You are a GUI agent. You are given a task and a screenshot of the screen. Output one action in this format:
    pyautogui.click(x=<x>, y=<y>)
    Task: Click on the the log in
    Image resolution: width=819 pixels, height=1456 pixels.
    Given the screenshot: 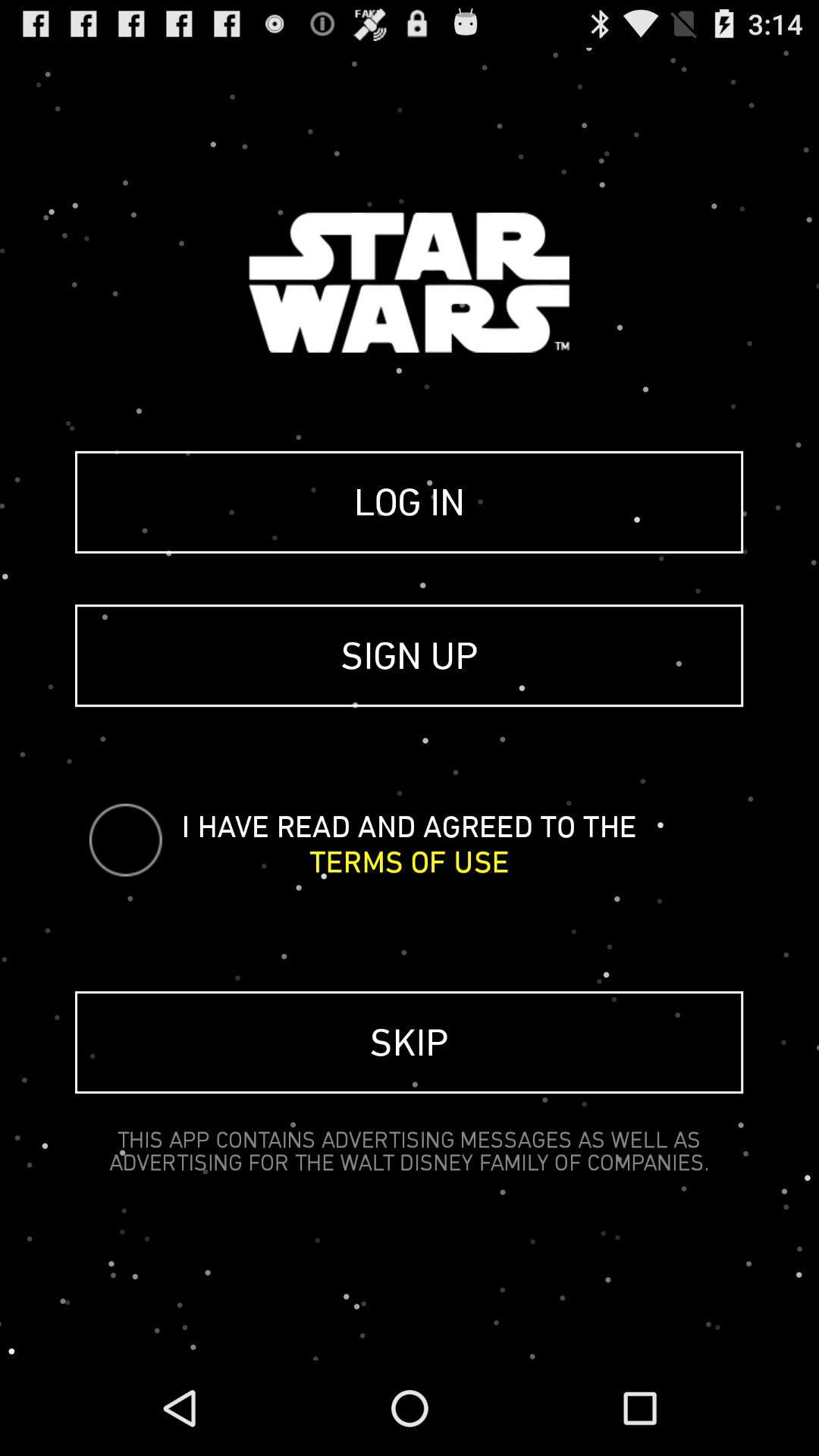 What is the action you would take?
    pyautogui.click(x=408, y=502)
    